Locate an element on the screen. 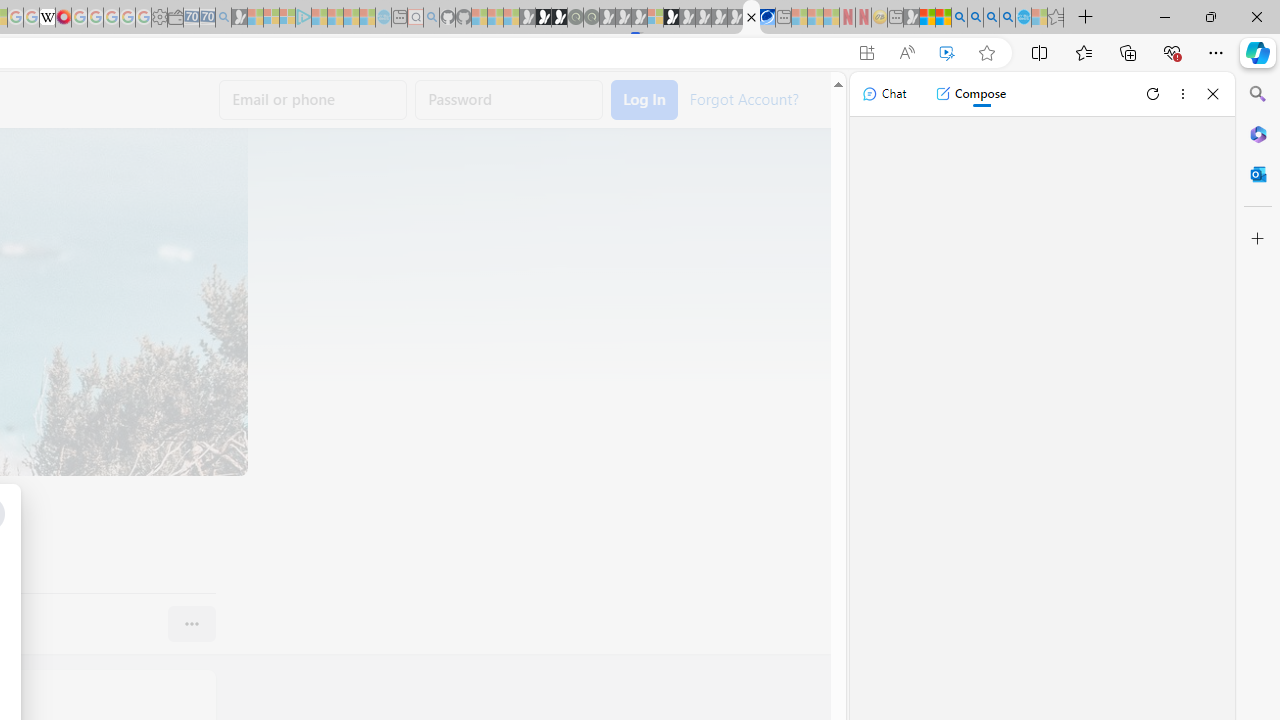 This screenshot has height=720, width=1280. 'Email or phone' is located at coordinates (312, 100).